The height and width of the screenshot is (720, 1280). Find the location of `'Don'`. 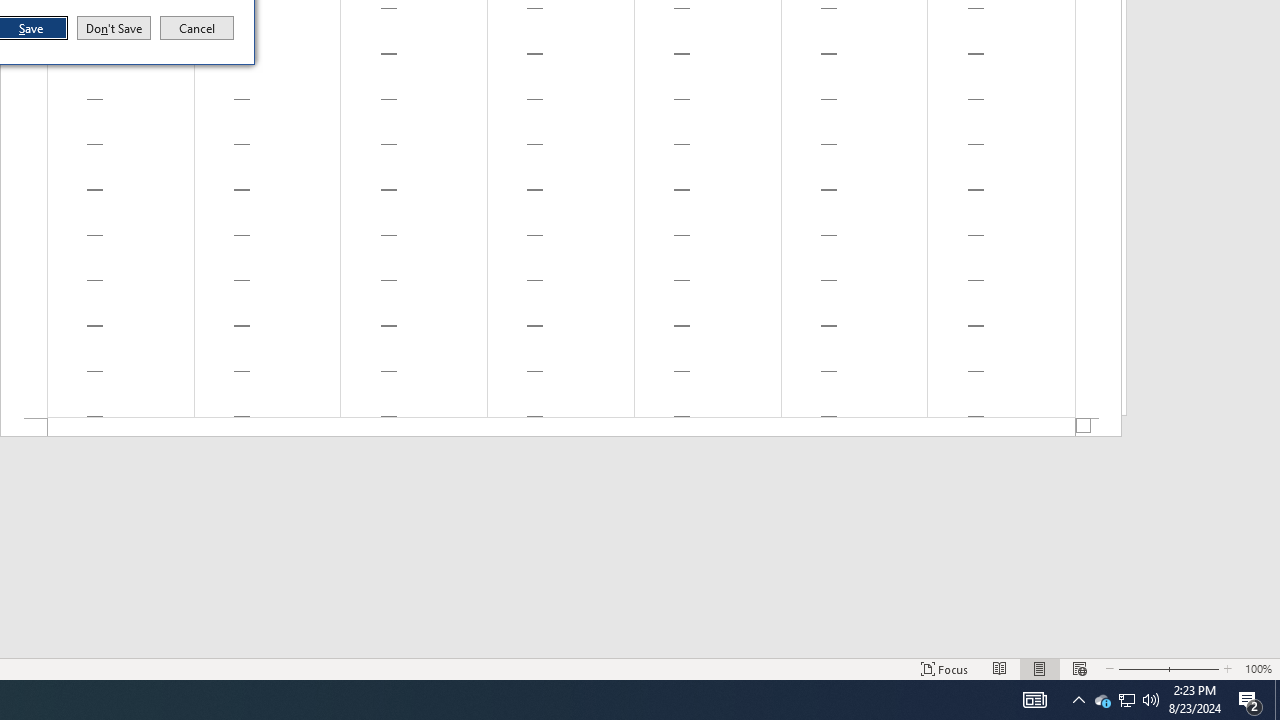

'Don' is located at coordinates (112, 28).